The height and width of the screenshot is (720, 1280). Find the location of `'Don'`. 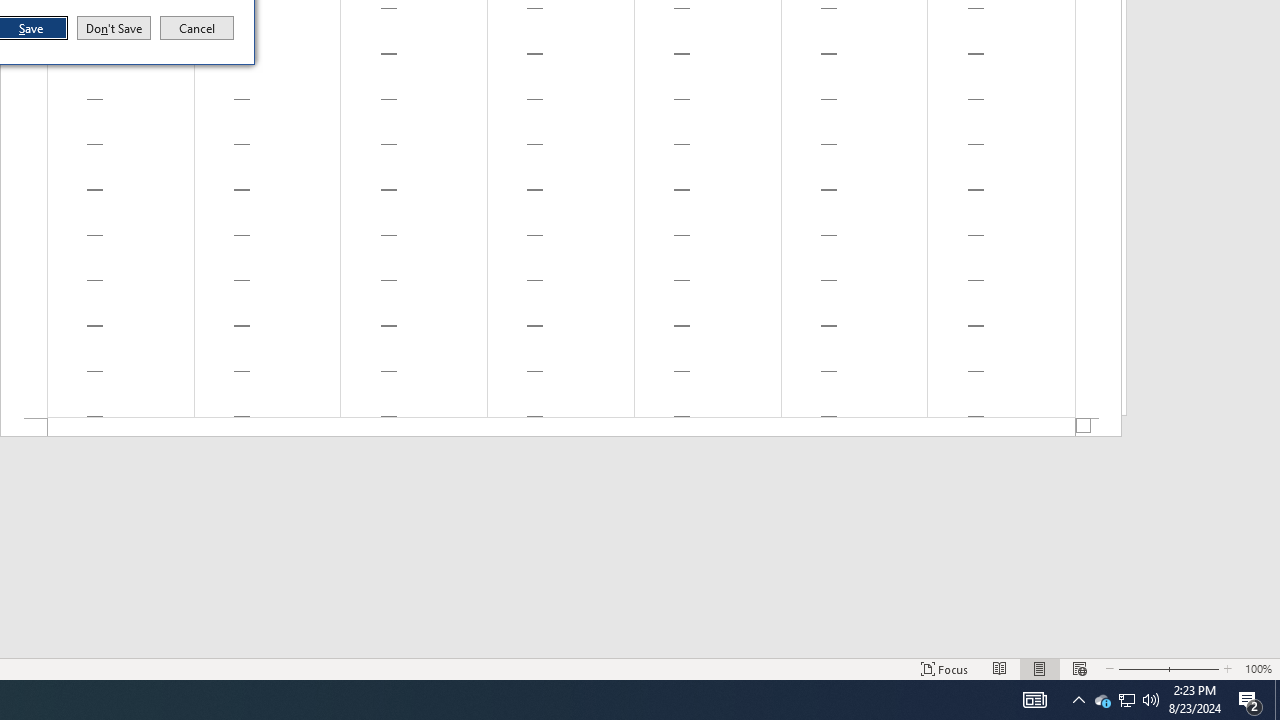

'Don' is located at coordinates (112, 28).